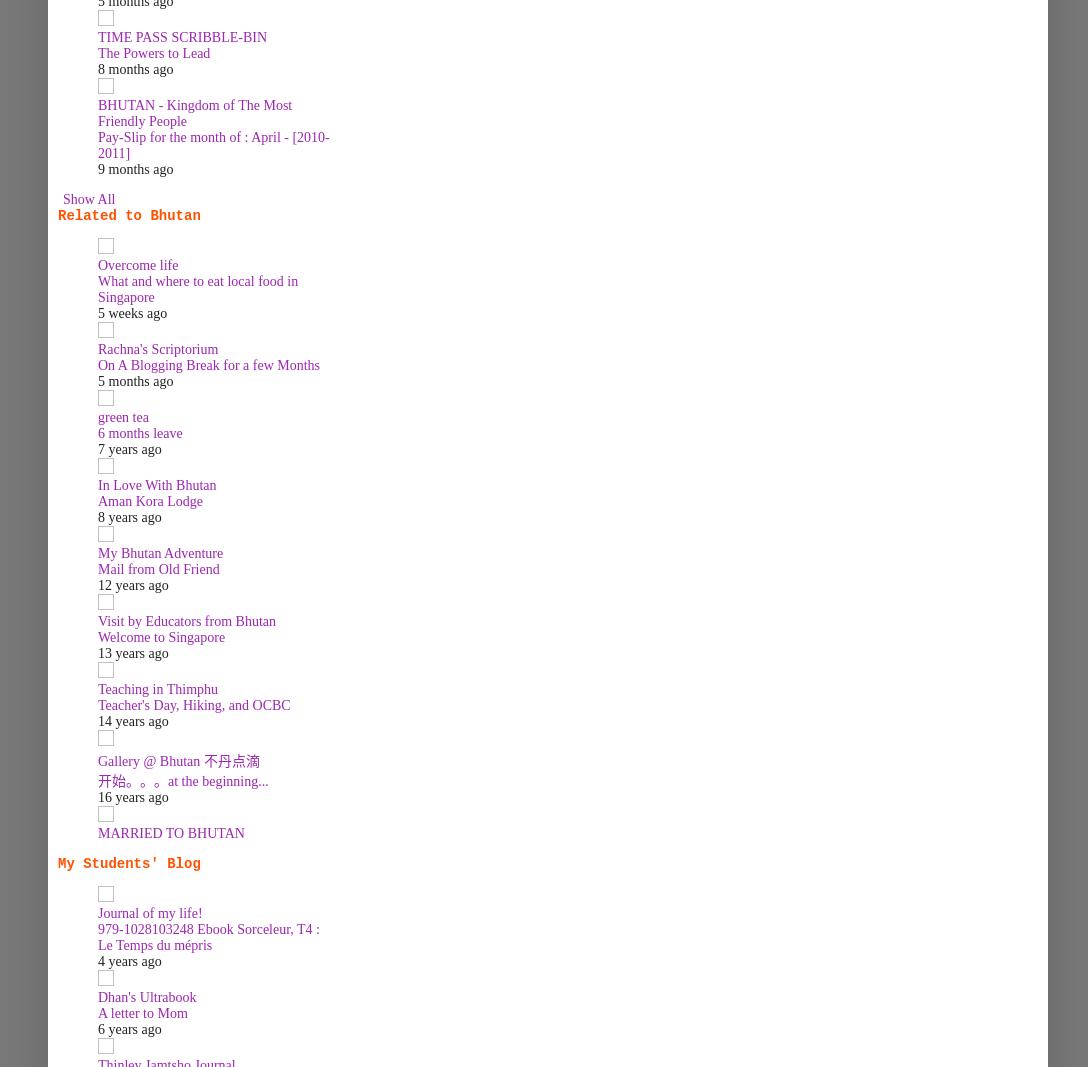 This screenshot has height=1067, width=1088. What do you see at coordinates (132, 313) in the screenshot?
I see `'5 weeks ago'` at bounding box center [132, 313].